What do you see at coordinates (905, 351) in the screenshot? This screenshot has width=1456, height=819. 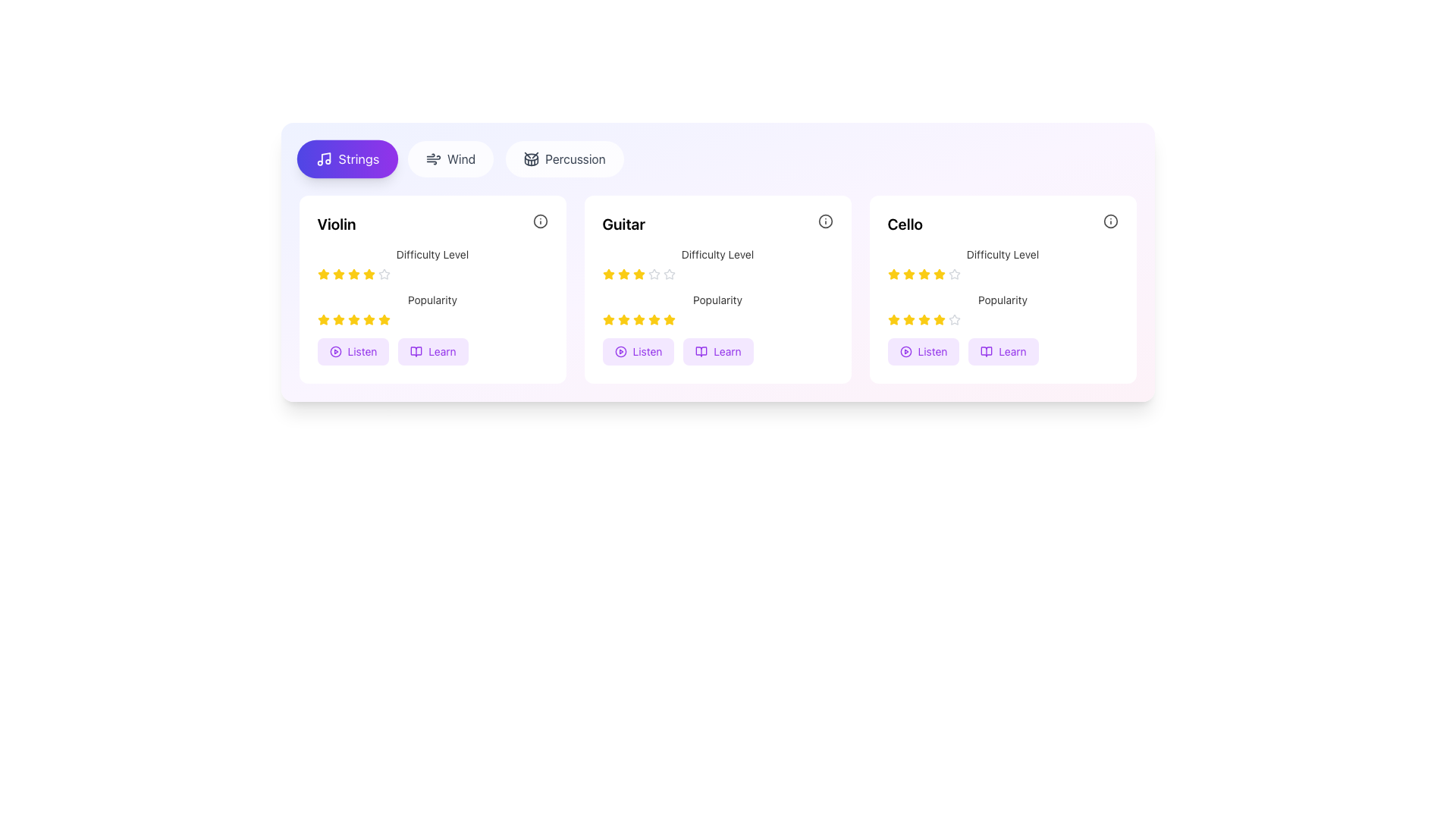 I see `the circular play button icon located centrally within the 'Cello' card` at bounding box center [905, 351].